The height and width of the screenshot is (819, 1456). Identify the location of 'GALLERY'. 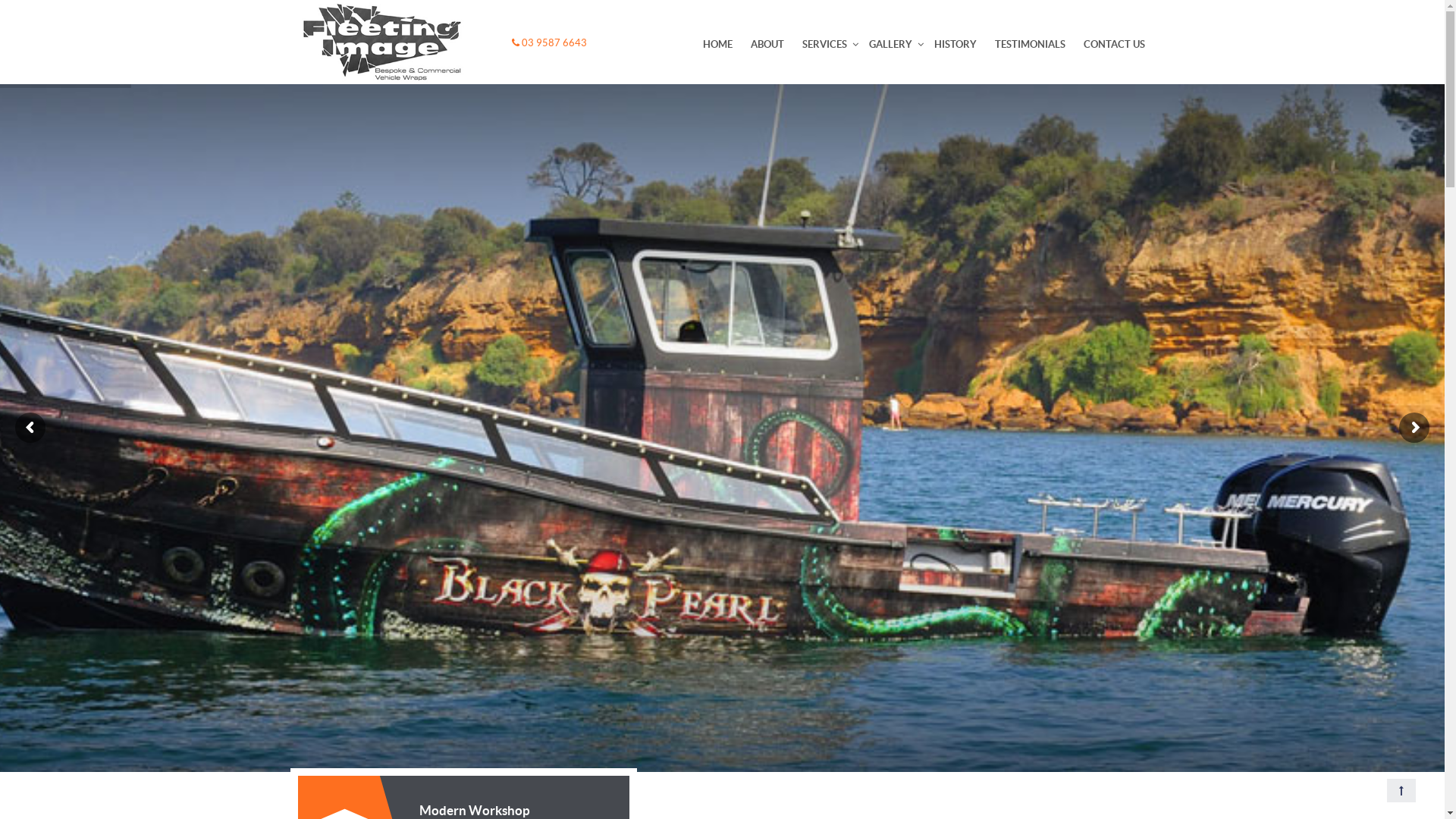
(859, 43).